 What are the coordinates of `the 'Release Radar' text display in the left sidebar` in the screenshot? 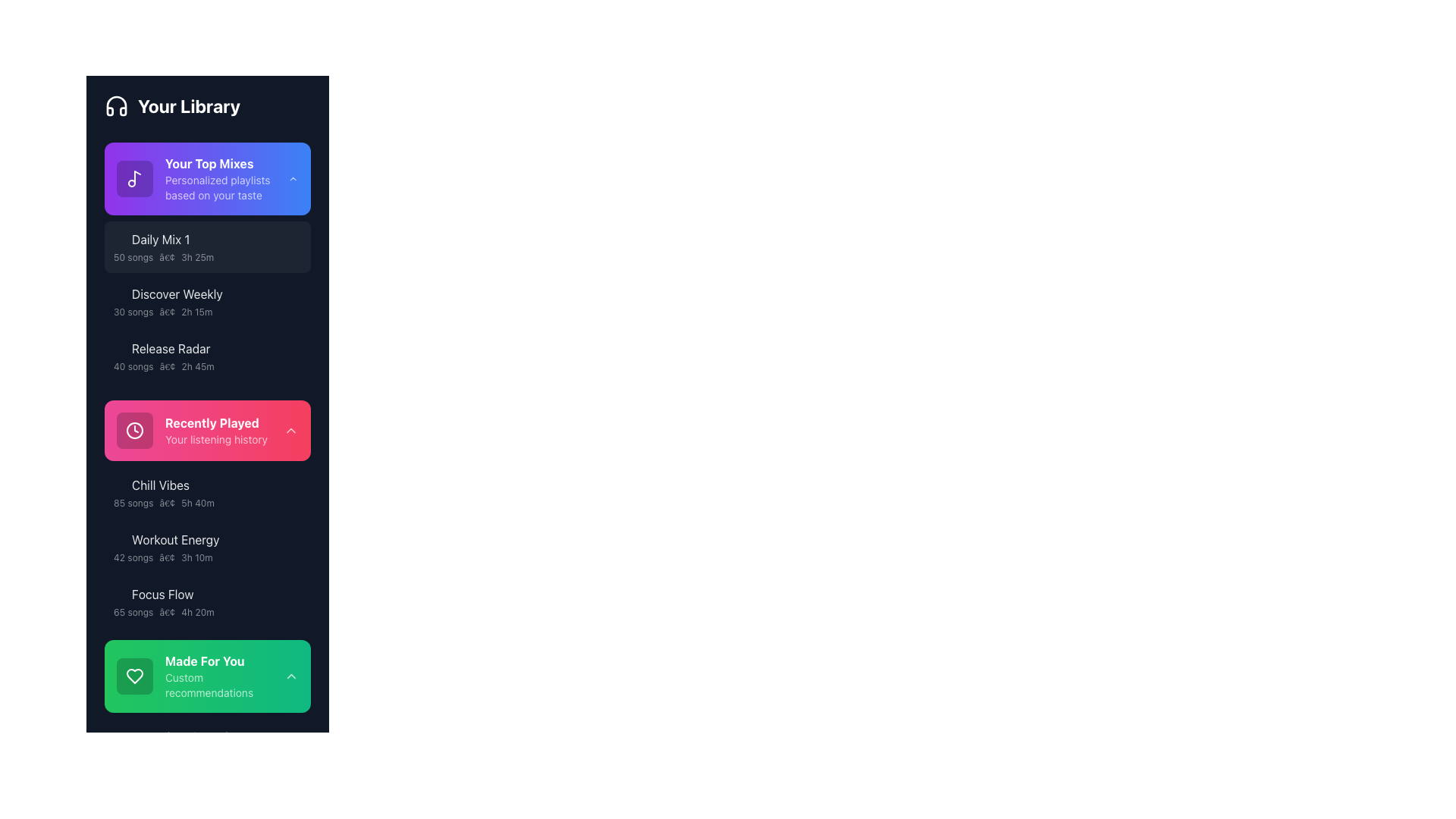 It's located at (199, 348).